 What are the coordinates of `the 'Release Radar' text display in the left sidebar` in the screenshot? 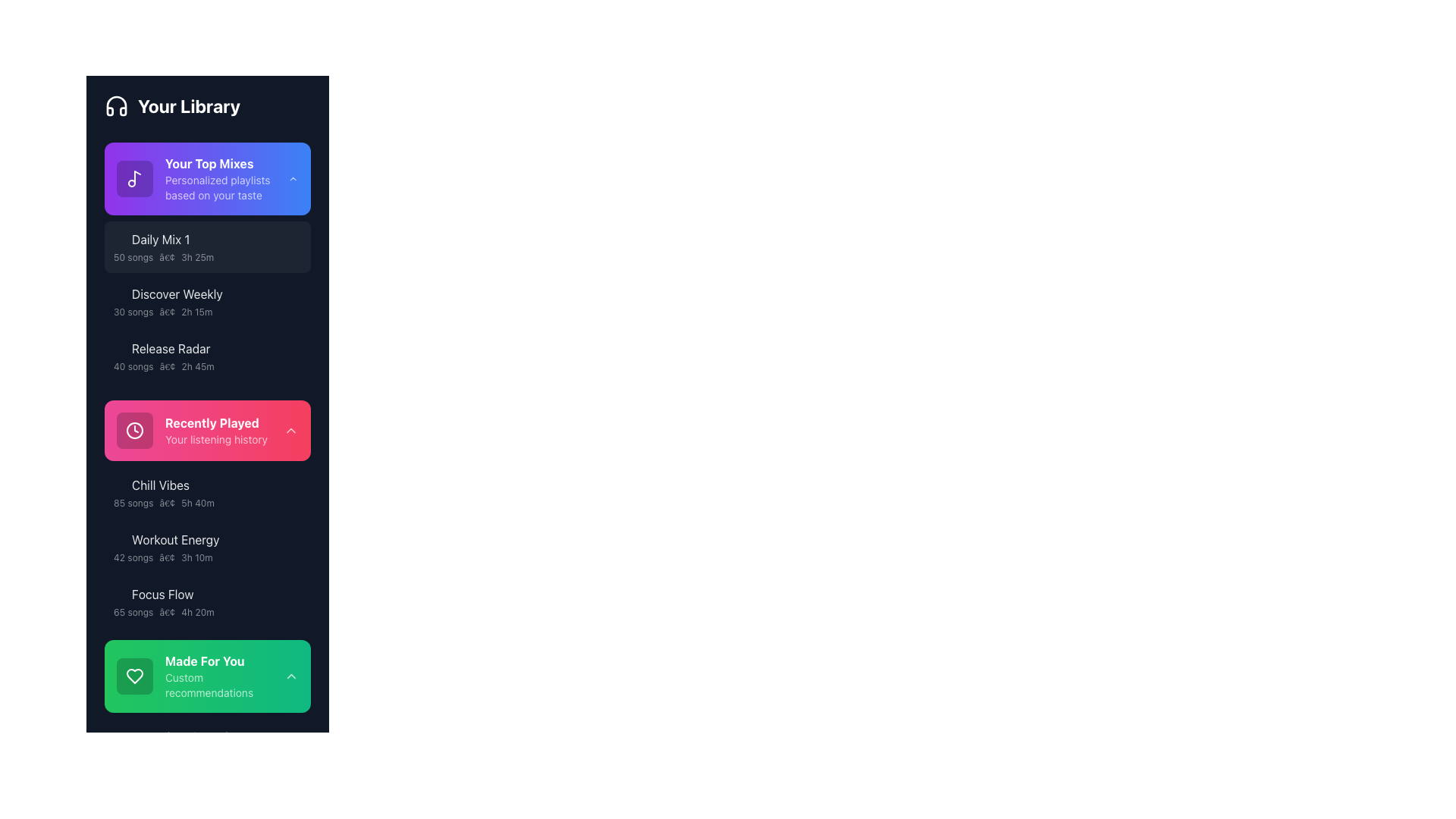 It's located at (199, 348).